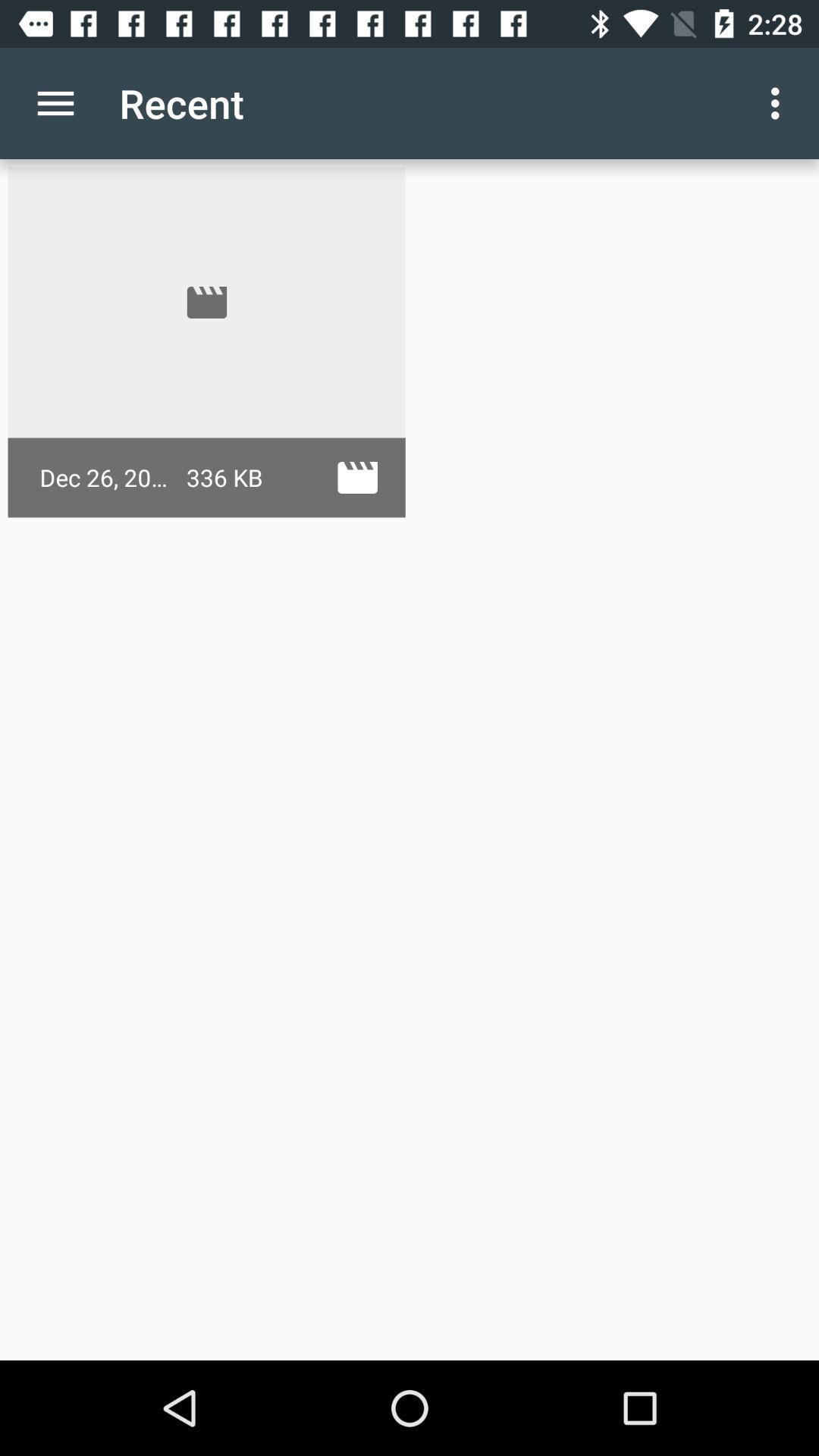  I want to click on the icon at the top right corner, so click(779, 102).